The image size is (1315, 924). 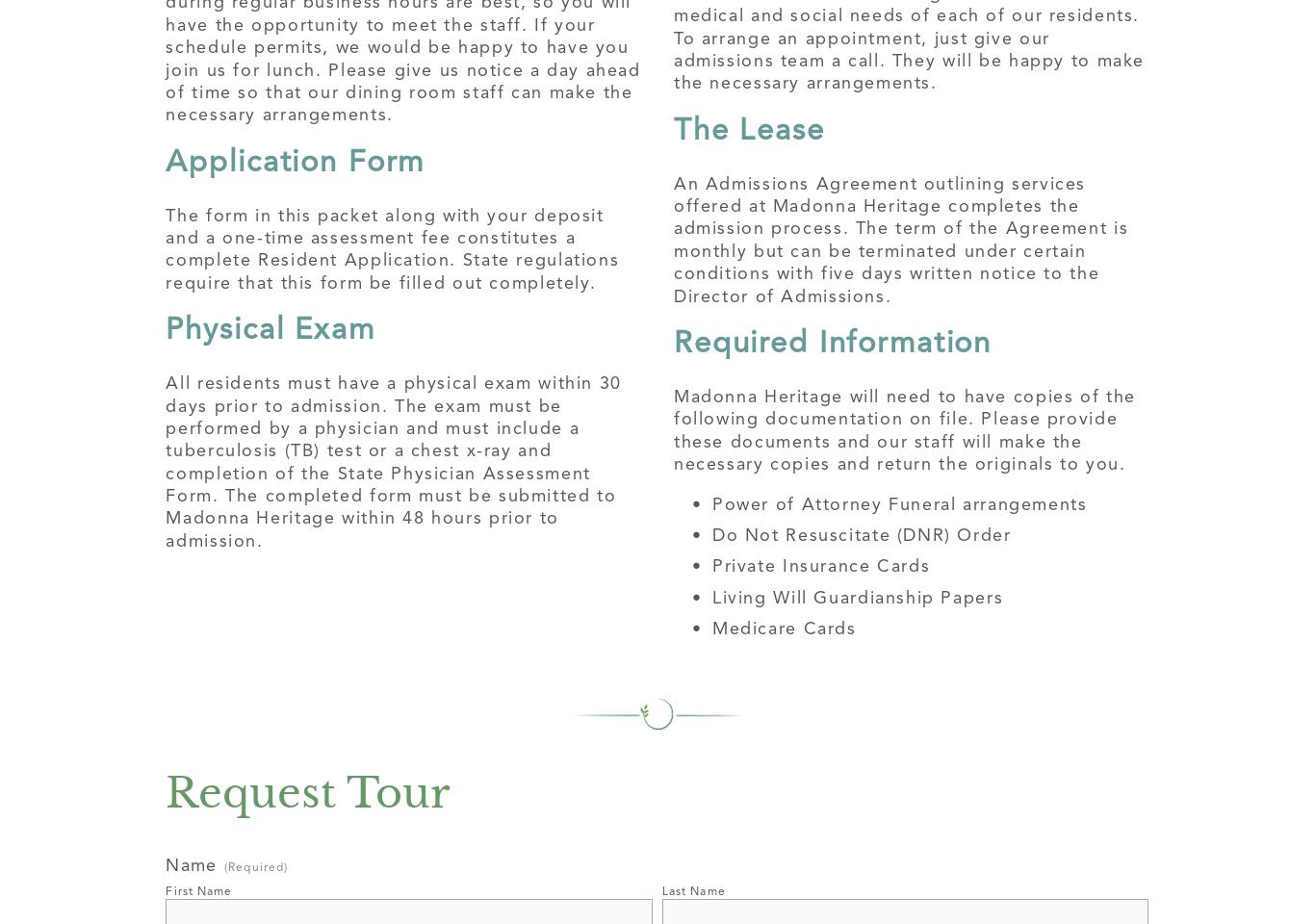 I want to click on 'Physical Exam', so click(x=164, y=327).